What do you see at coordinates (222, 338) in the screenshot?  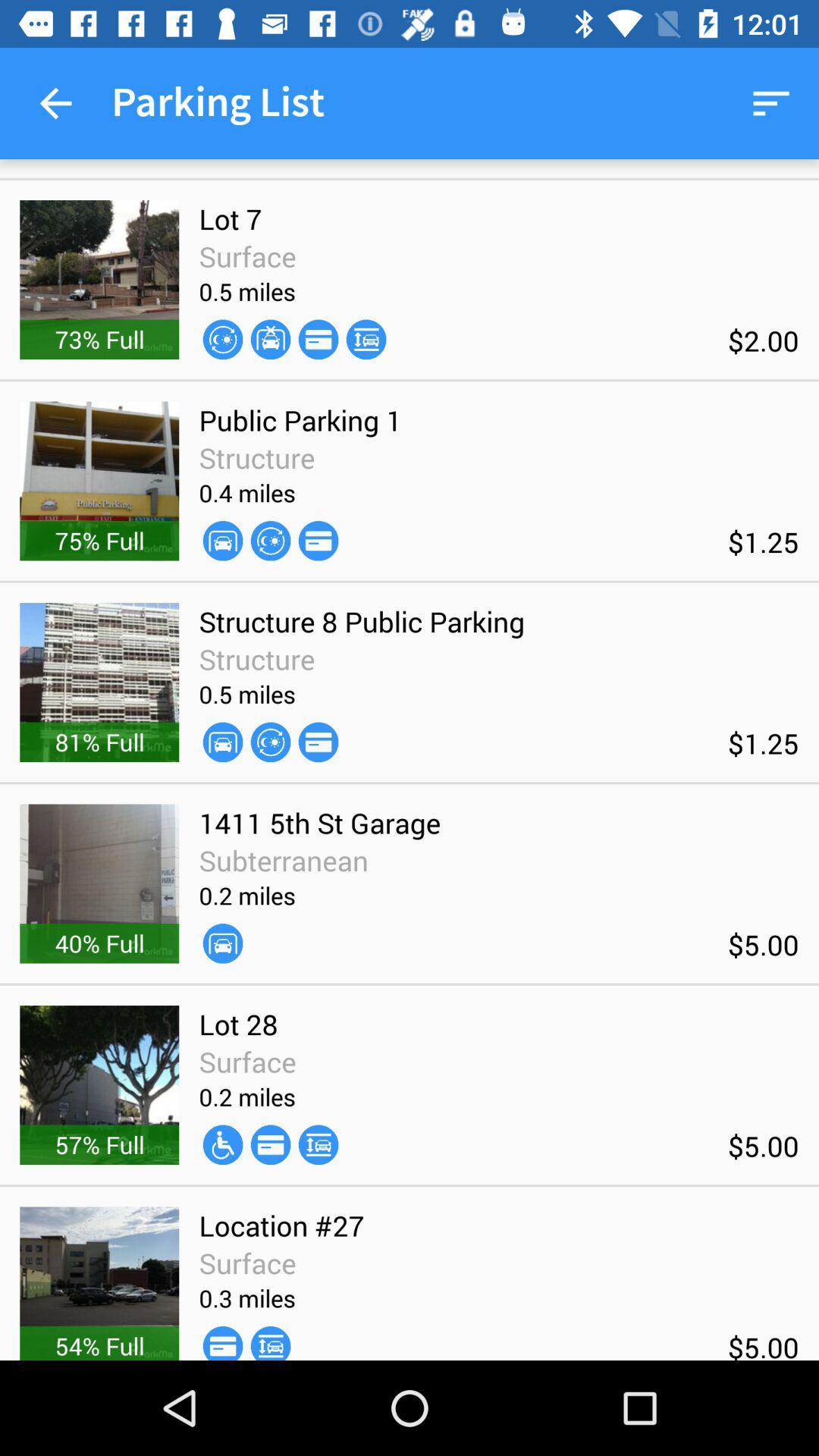 I see `item above public parking 1 icon` at bounding box center [222, 338].